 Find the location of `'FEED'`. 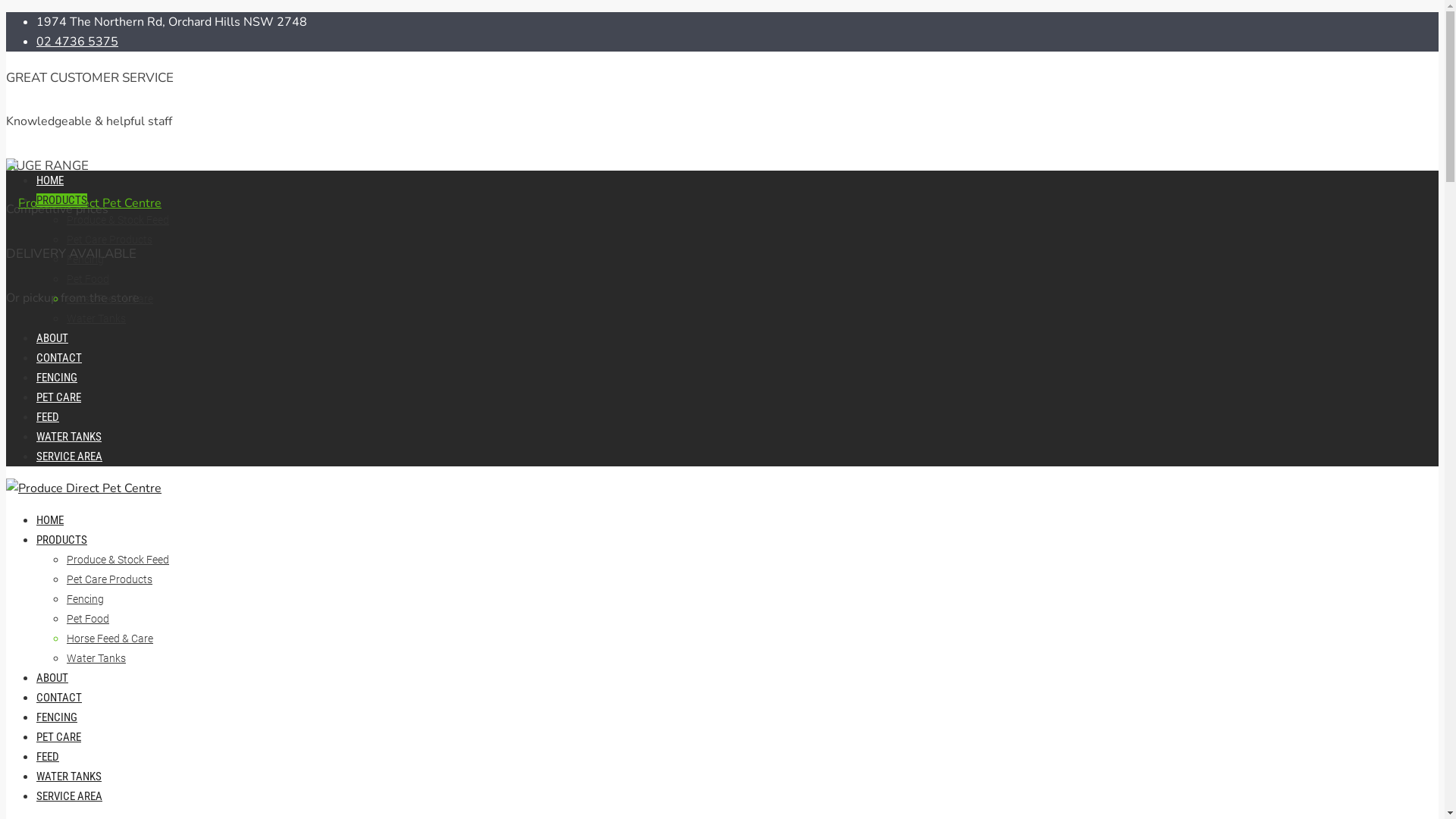

'FEED' is located at coordinates (47, 417).